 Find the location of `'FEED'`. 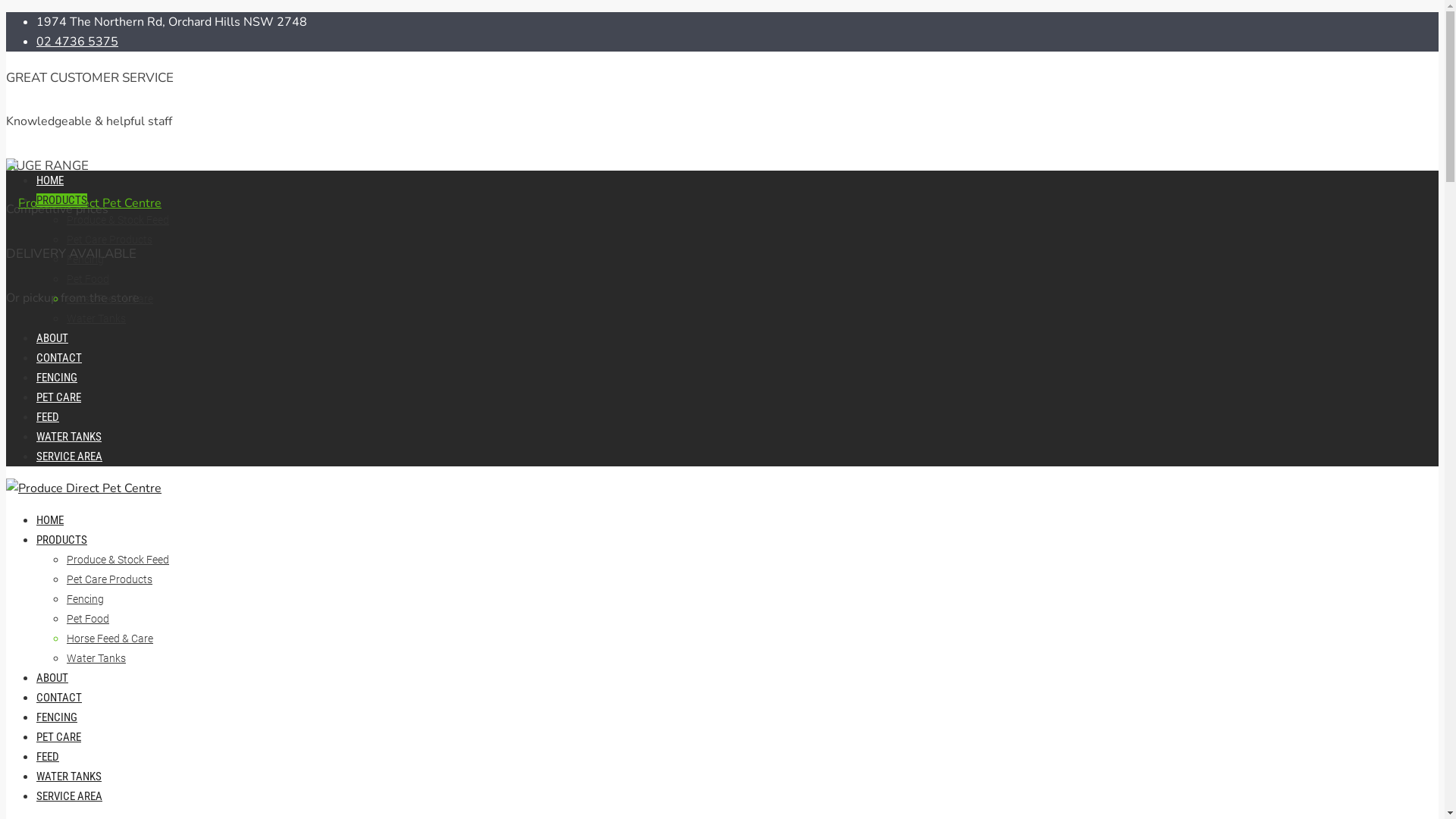

'FEED' is located at coordinates (47, 417).